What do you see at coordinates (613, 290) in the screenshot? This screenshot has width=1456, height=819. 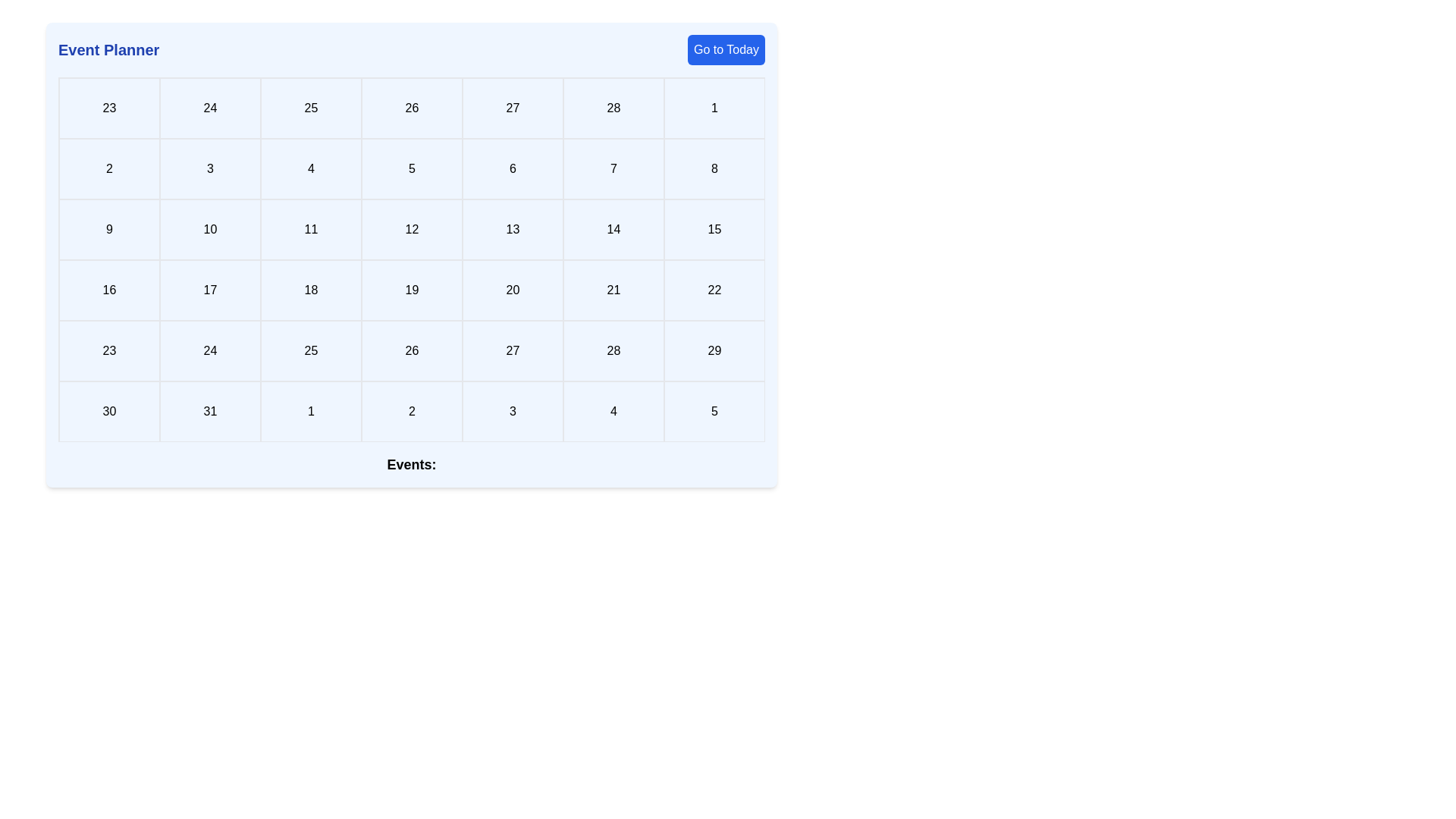 I see `the calendar day cell with the text '21' in the 6th column of the 4th row under the 'Event Planner' label` at bounding box center [613, 290].